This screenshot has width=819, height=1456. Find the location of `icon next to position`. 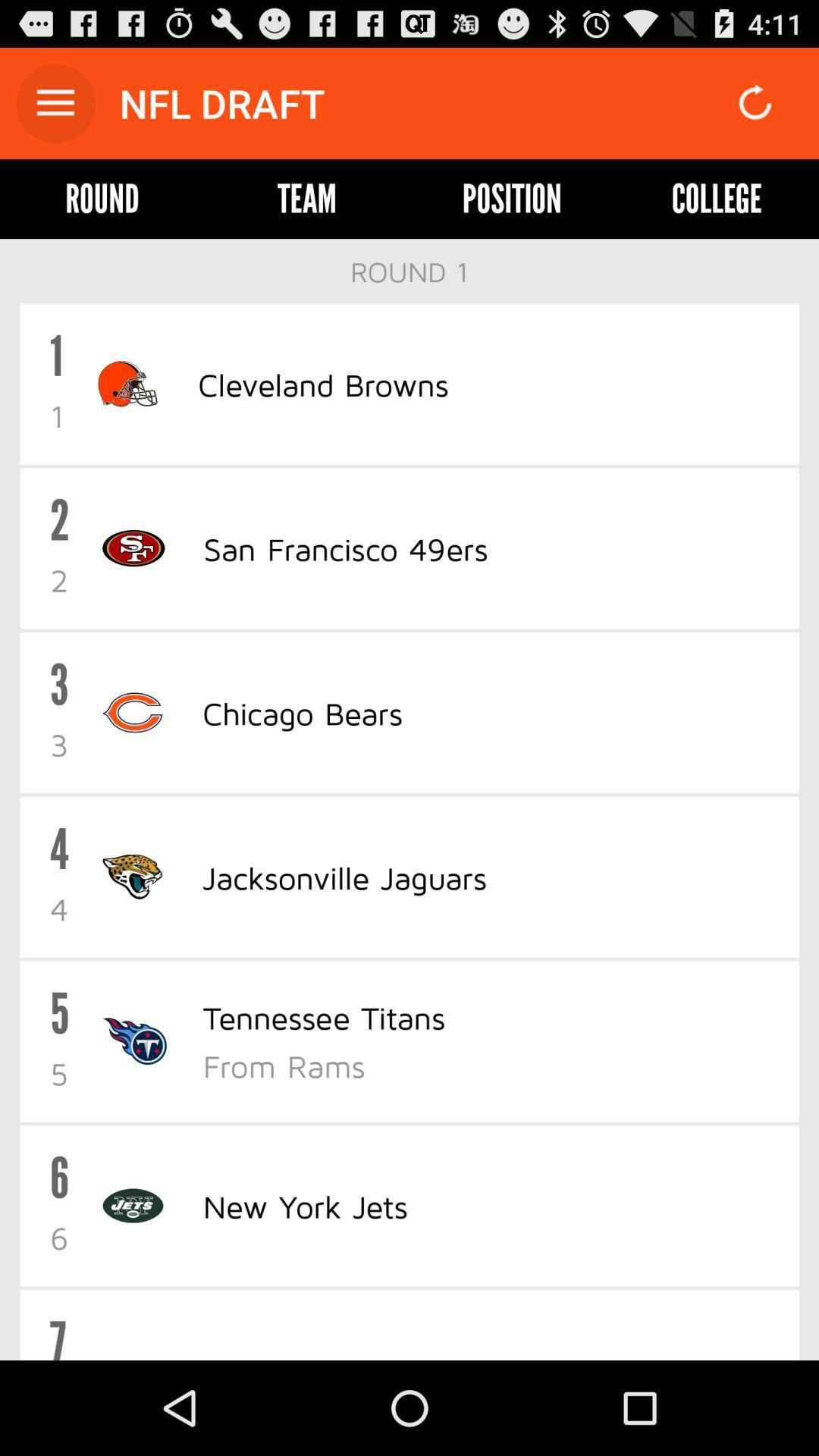

icon next to position is located at coordinates (307, 198).